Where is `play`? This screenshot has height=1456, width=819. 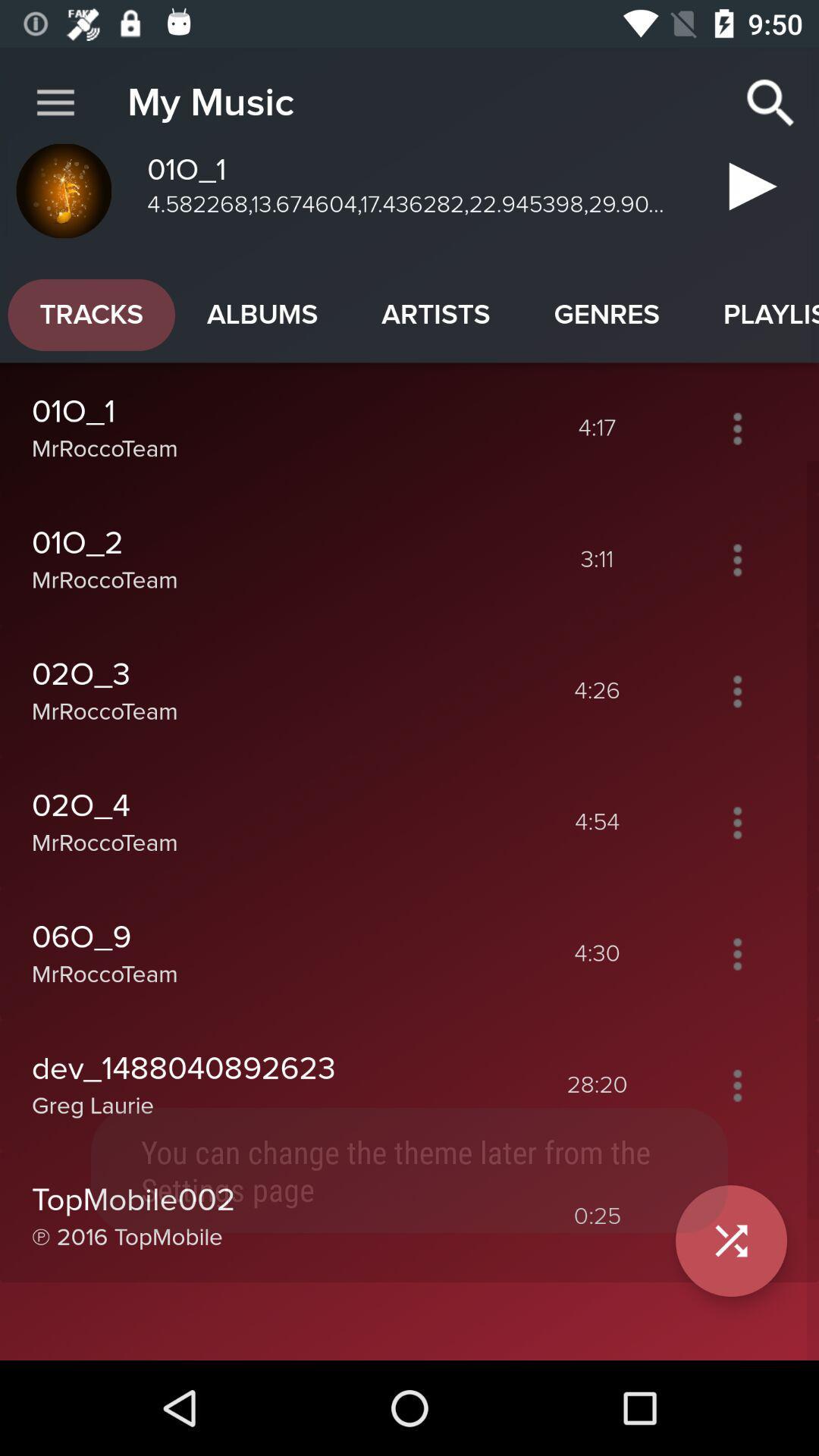
play is located at coordinates (746, 192).